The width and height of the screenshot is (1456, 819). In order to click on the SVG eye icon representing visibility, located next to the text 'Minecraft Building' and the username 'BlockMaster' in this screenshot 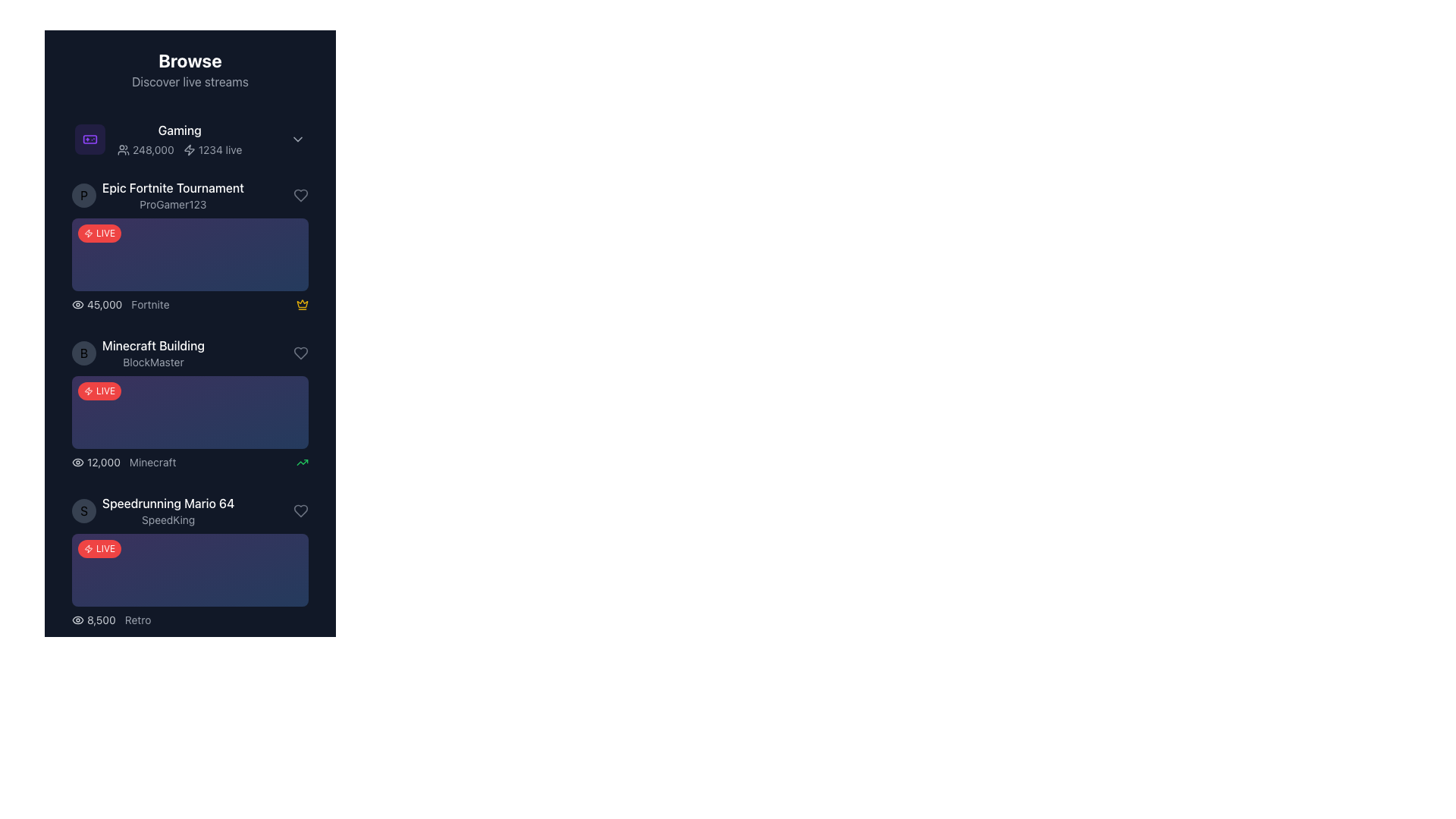, I will do `click(77, 620)`.